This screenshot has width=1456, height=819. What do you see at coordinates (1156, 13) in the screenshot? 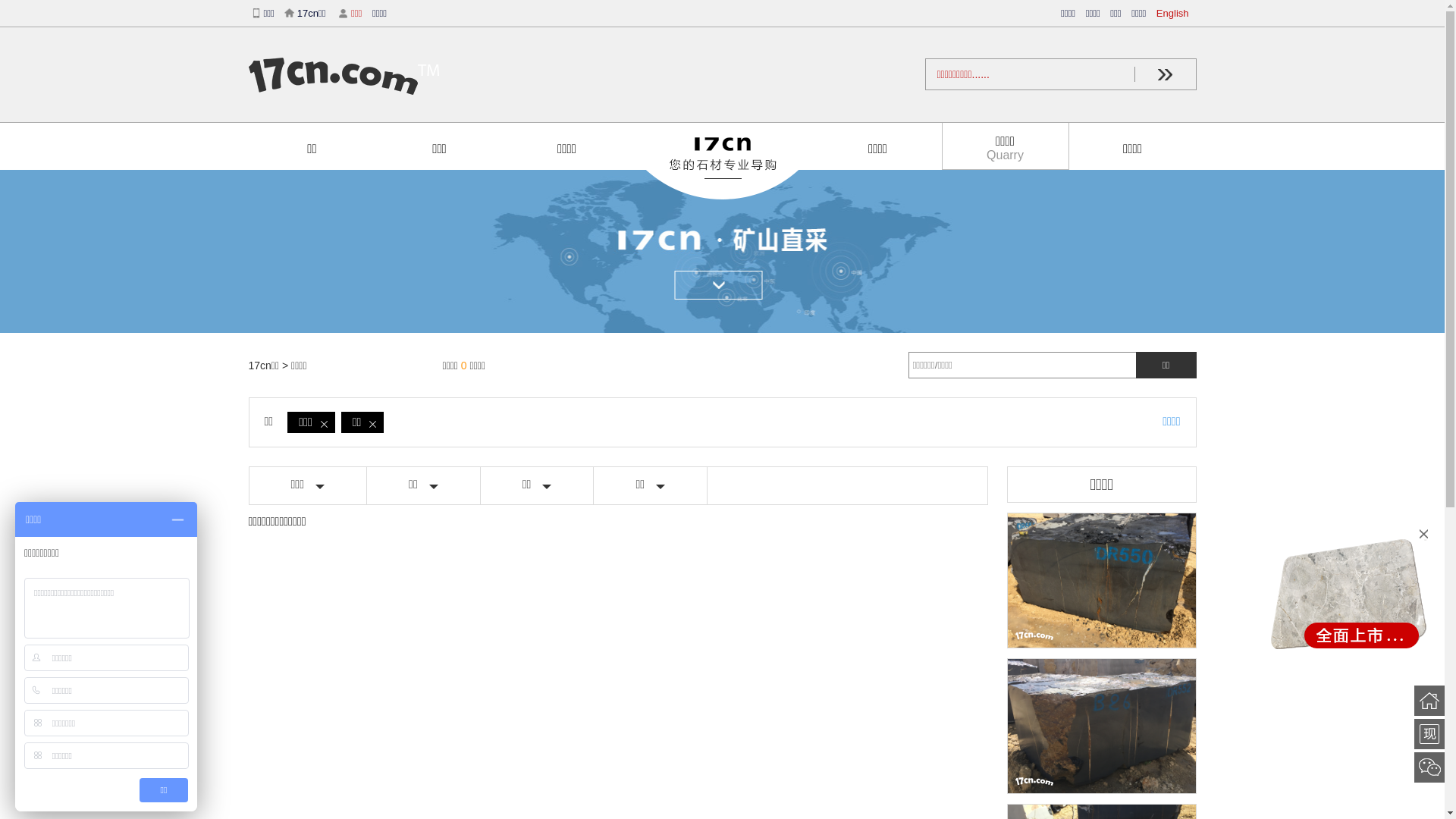
I see `'English'` at bounding box center [1156, 13].